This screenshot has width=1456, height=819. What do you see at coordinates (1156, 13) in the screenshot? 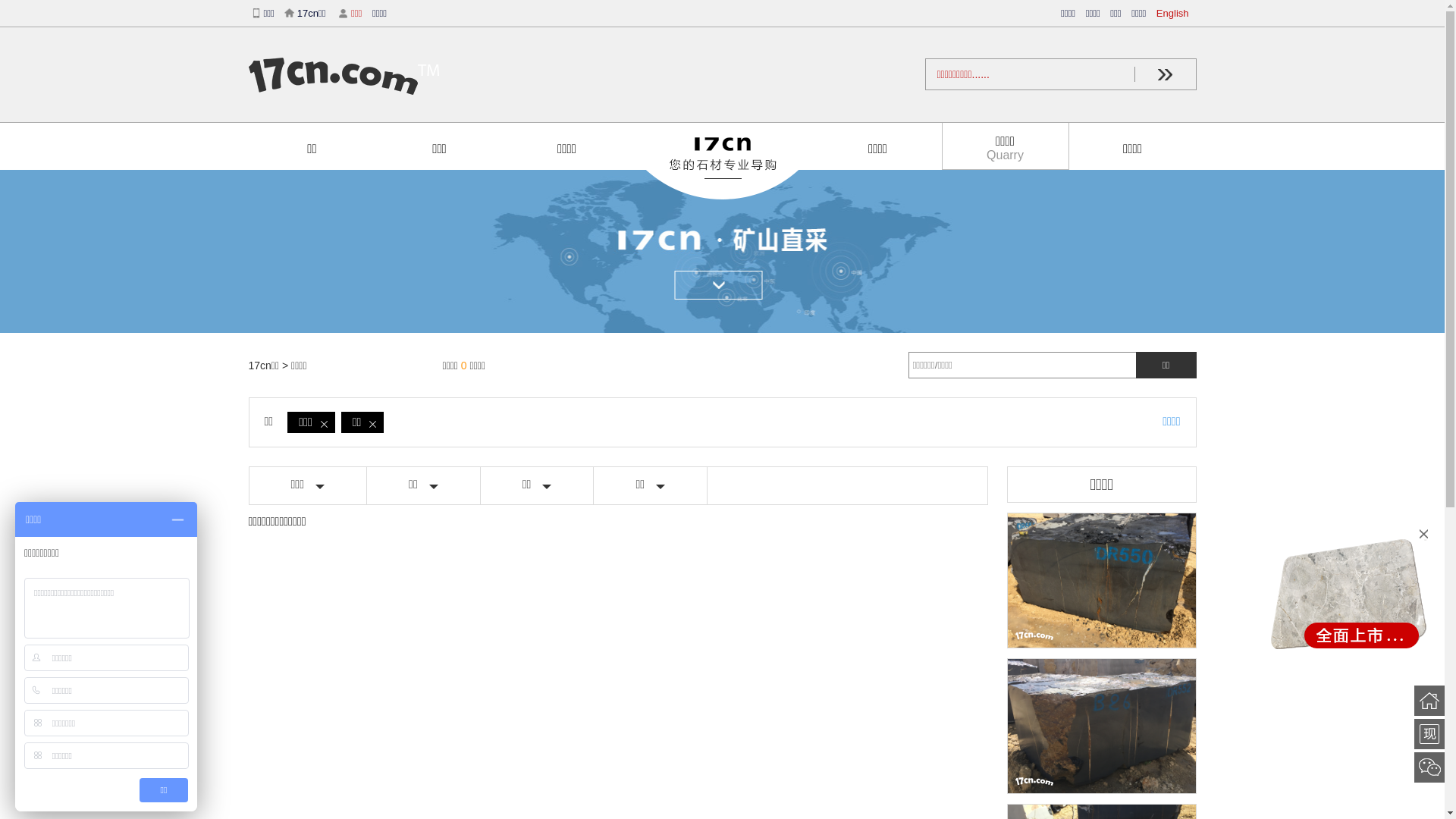
I see `'English'` at bounding box center [1156, 13].